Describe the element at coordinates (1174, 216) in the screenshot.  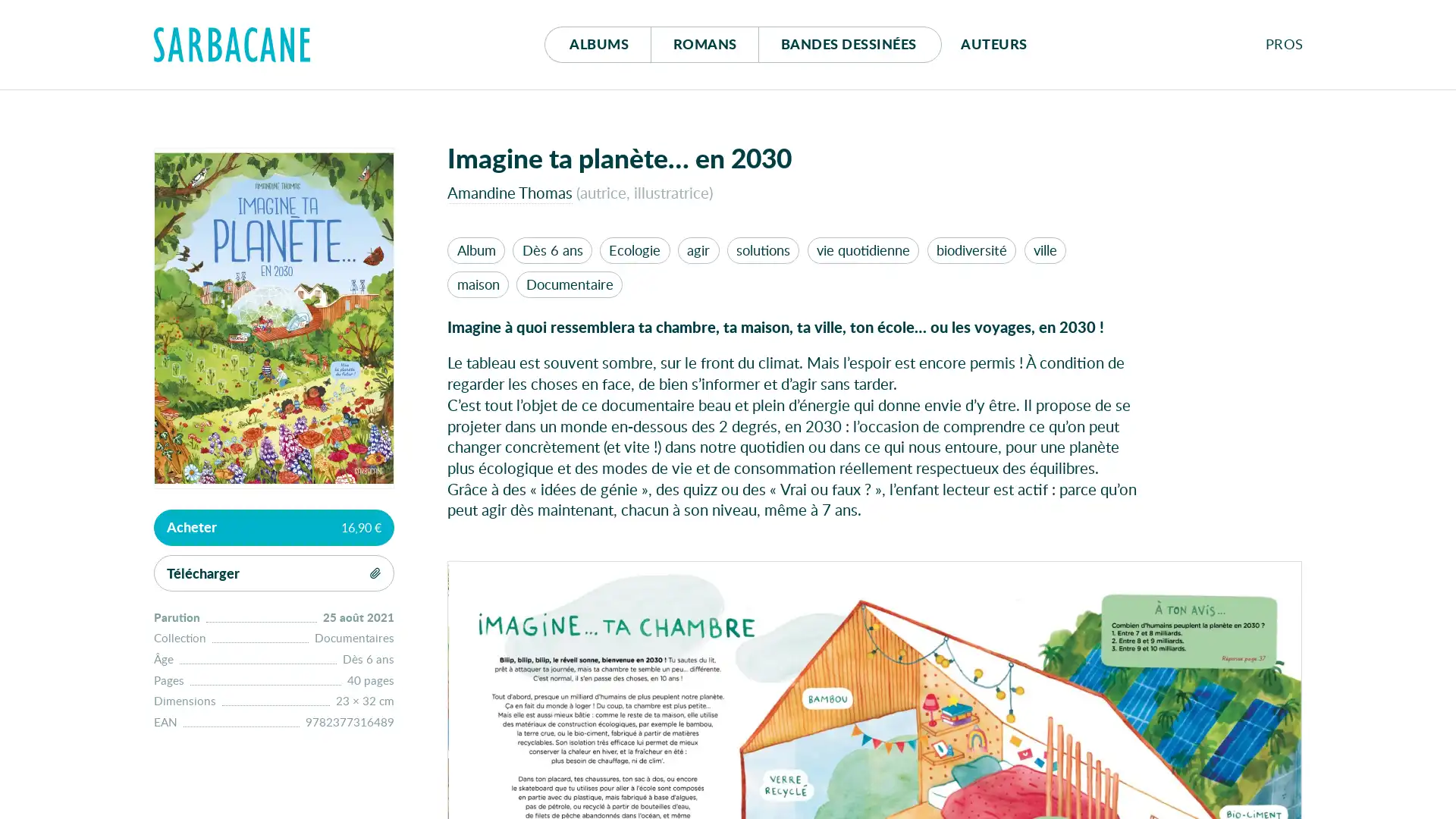
I see `Se connecter` at that location.